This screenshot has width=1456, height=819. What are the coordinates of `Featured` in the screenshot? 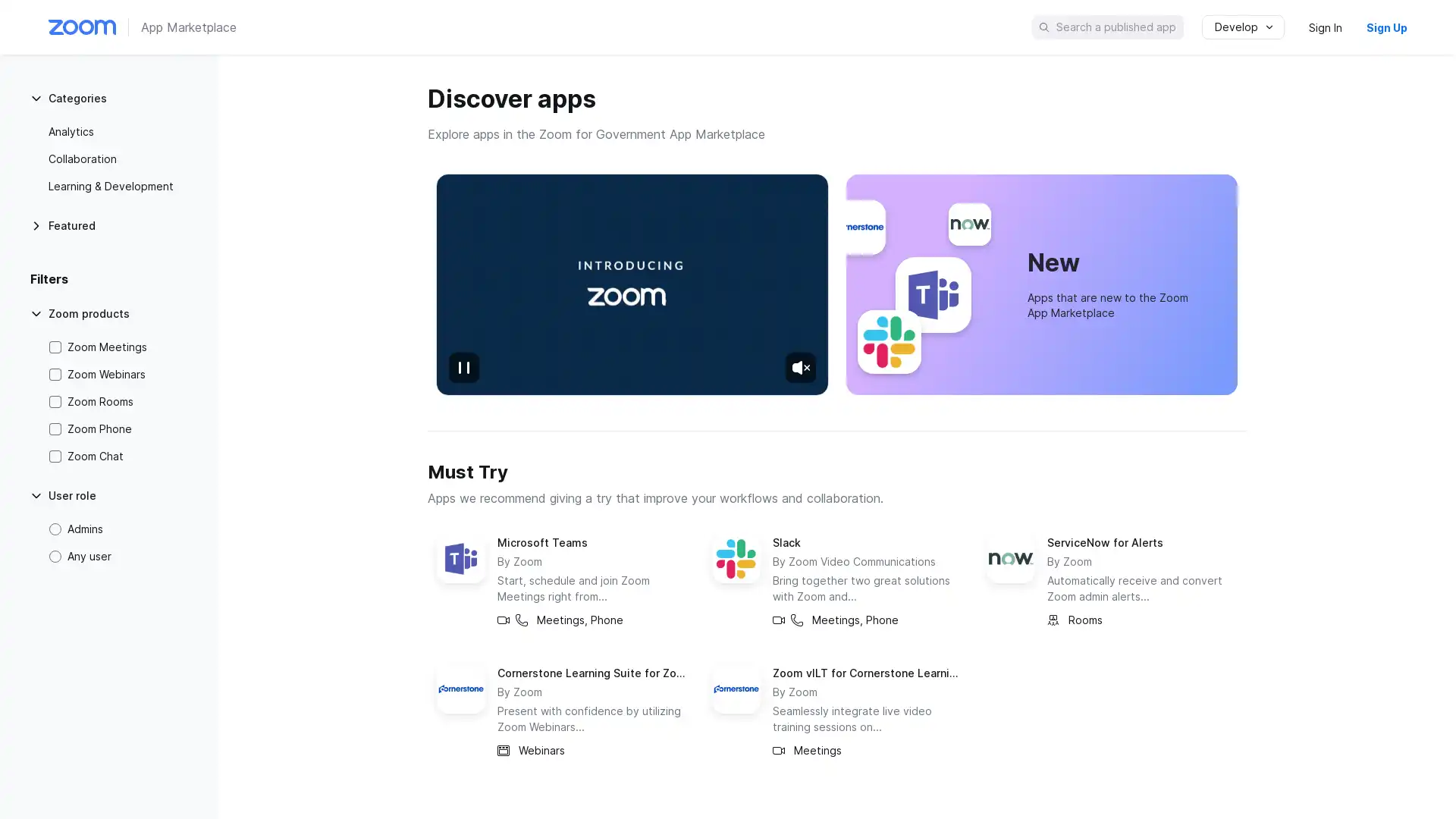 It's located at (108, 225).